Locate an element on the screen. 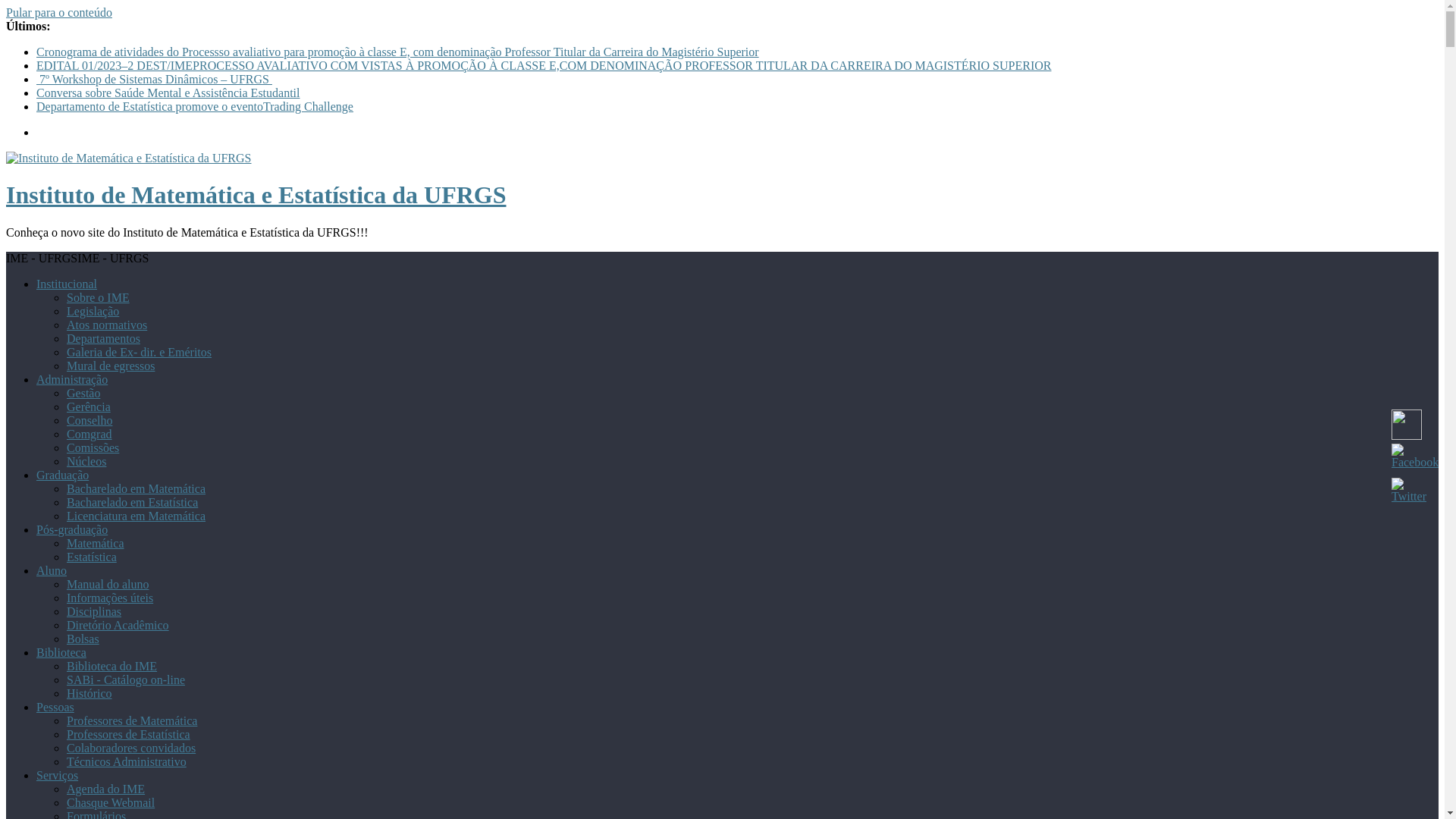 This screenshot has height=819, width=1456. 'Bolsas' is located at coordinates (65, 639).